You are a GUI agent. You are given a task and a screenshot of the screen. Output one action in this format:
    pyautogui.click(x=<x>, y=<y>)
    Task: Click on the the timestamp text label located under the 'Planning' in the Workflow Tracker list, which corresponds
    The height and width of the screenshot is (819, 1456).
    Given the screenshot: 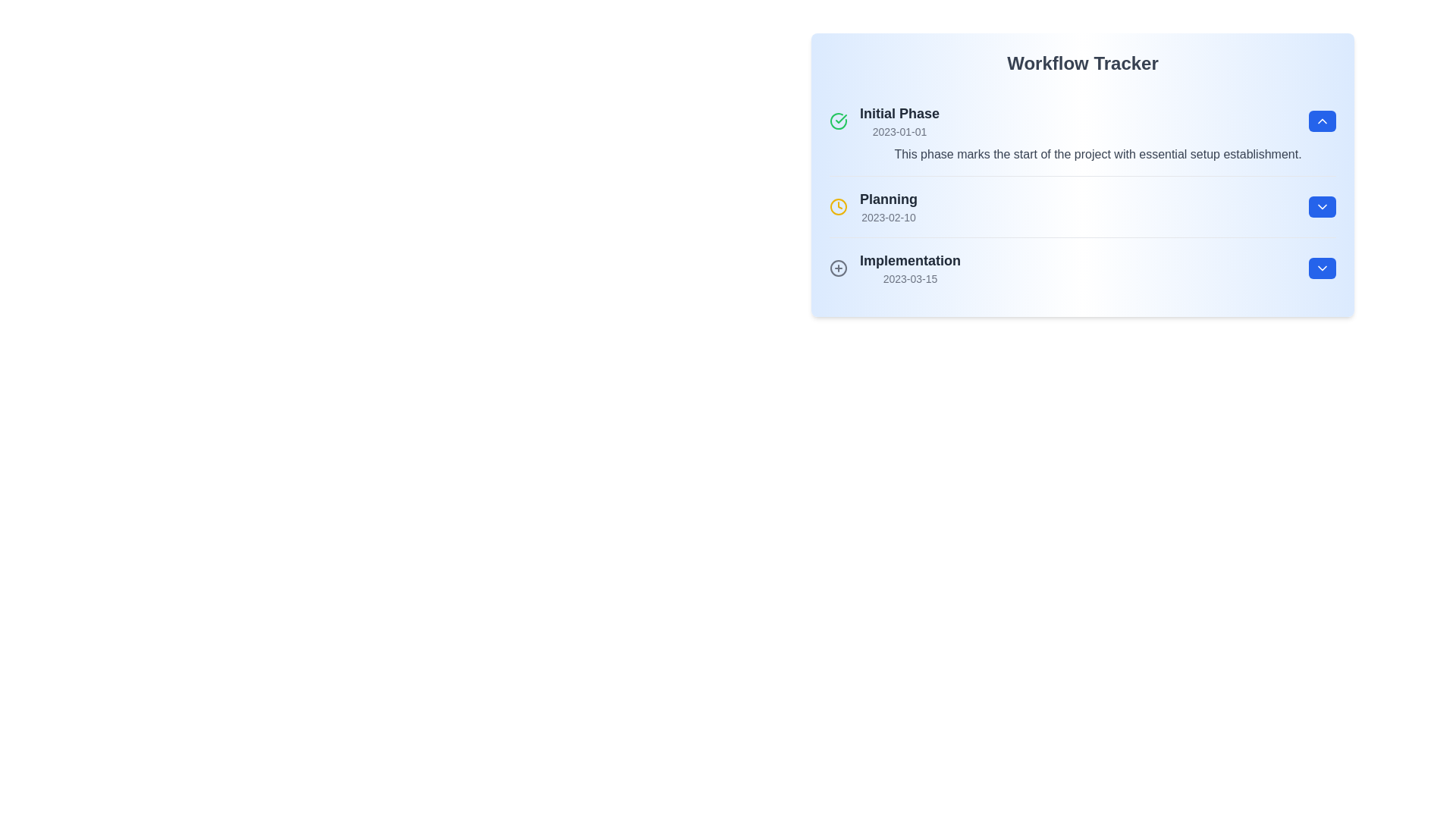 What is the action you would take?
    pyautogui.click(x=888, y=217)
    